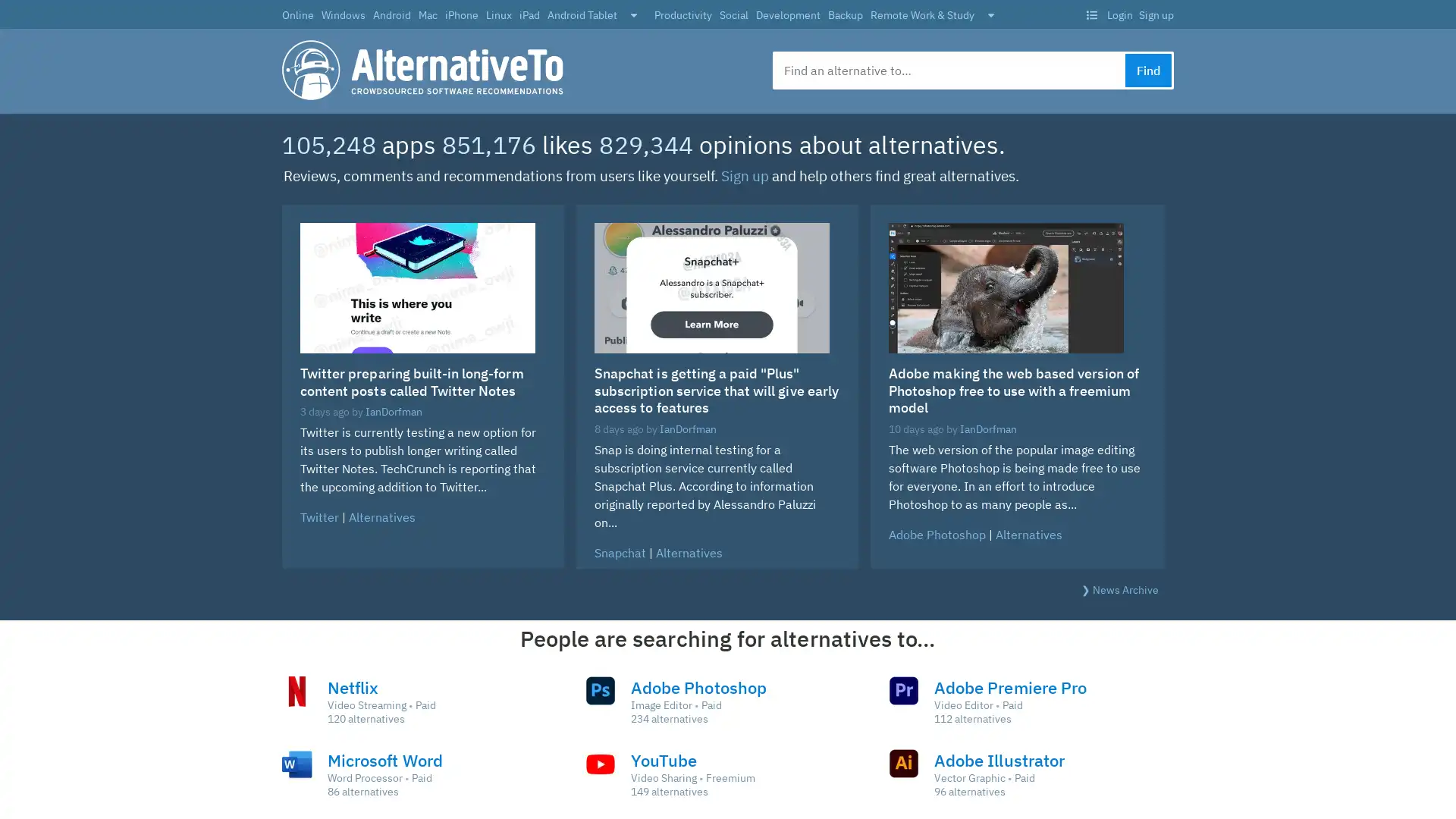  What do you see at coordinates (990, 16) in the screenshot?
I see `Show all categories` at bounding box center [990, 16].